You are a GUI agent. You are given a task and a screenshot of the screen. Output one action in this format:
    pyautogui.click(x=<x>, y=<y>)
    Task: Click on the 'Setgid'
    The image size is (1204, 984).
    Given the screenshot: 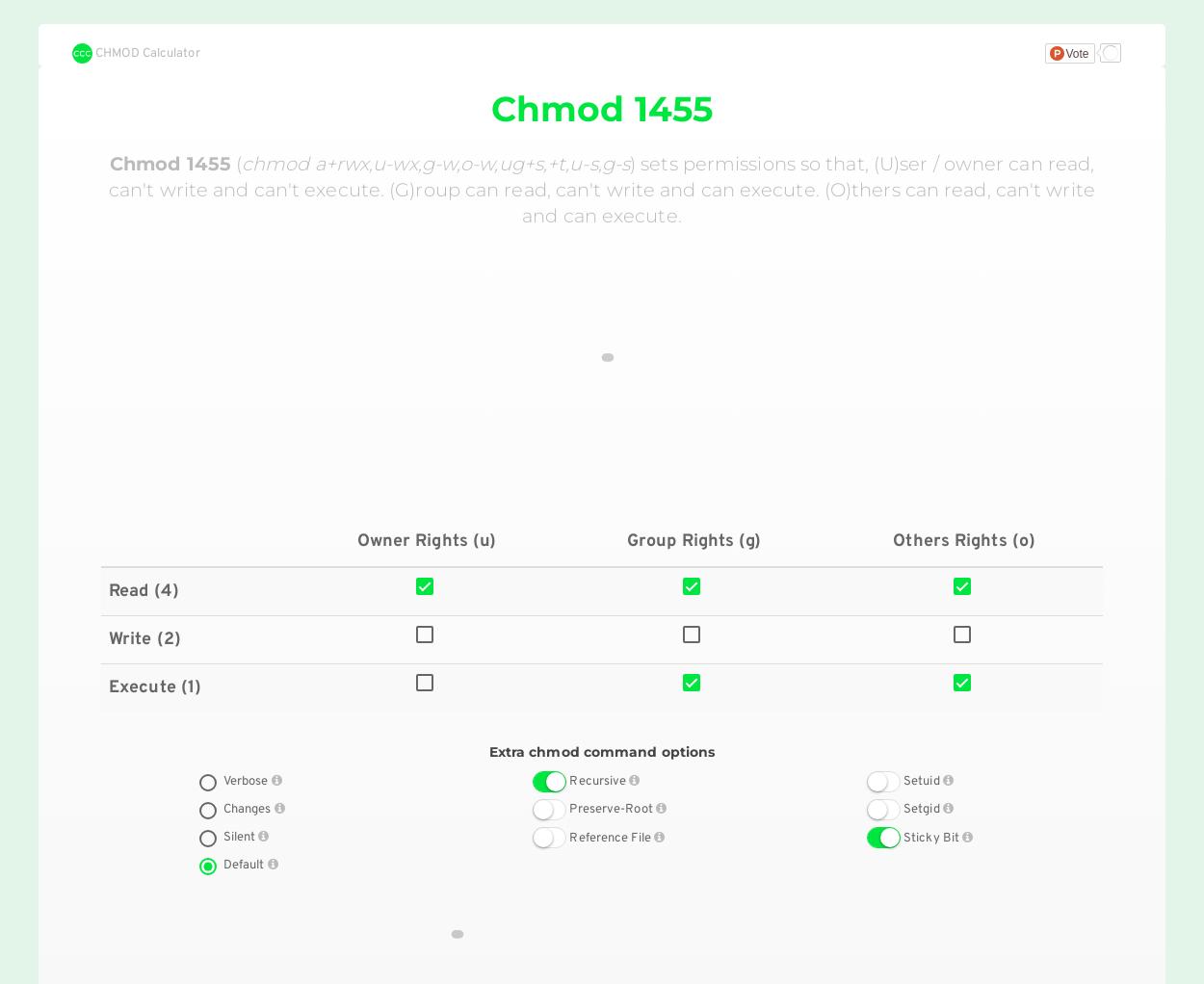 What is the action you would take?
    pyautogui.click(x=922, y=810)
    